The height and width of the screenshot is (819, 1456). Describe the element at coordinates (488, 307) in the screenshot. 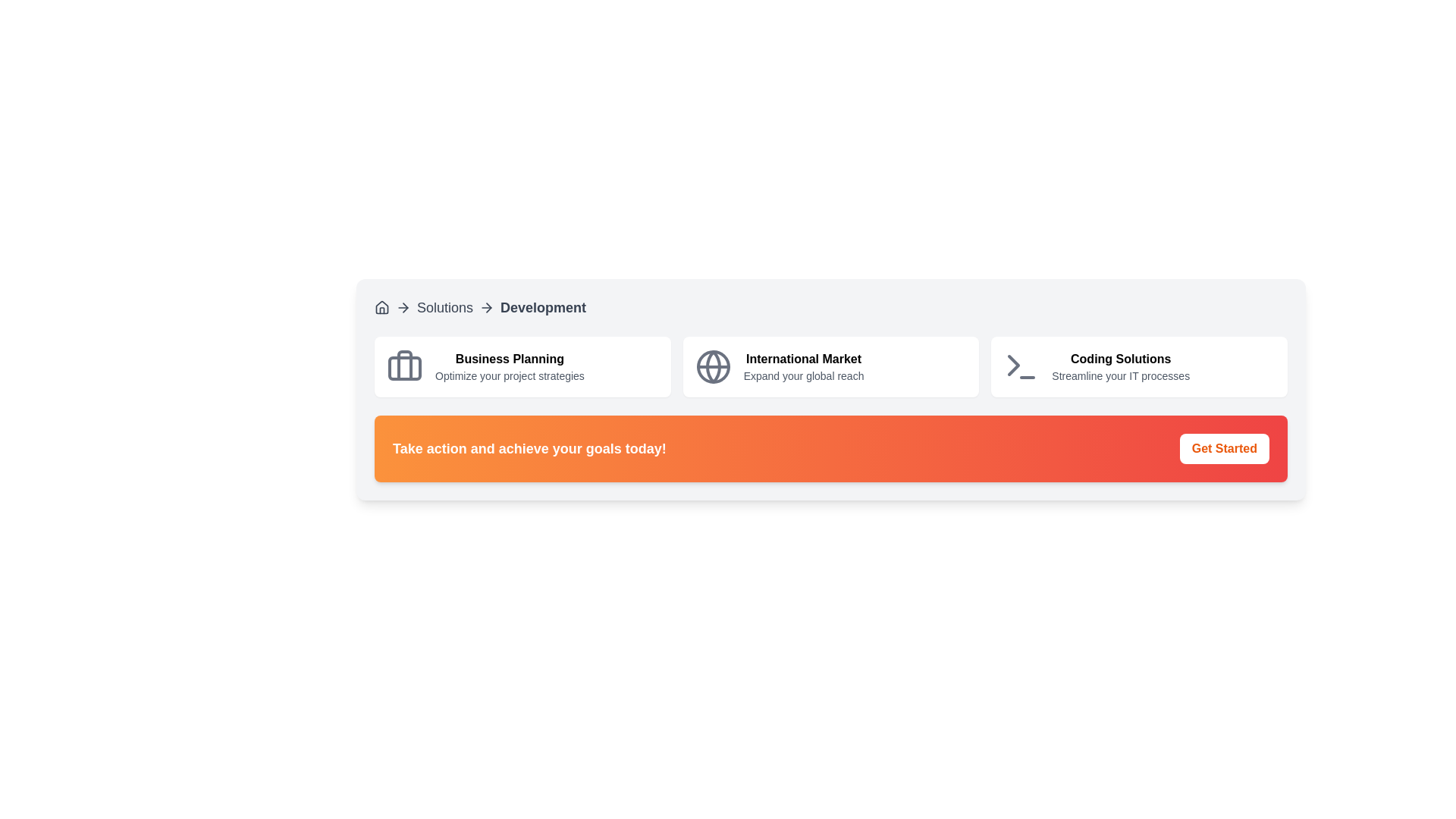

I see `breadcrumb navigation arrow icon located between the 'Solutions' and 'Development' labels at the top left of the interface` at that location.